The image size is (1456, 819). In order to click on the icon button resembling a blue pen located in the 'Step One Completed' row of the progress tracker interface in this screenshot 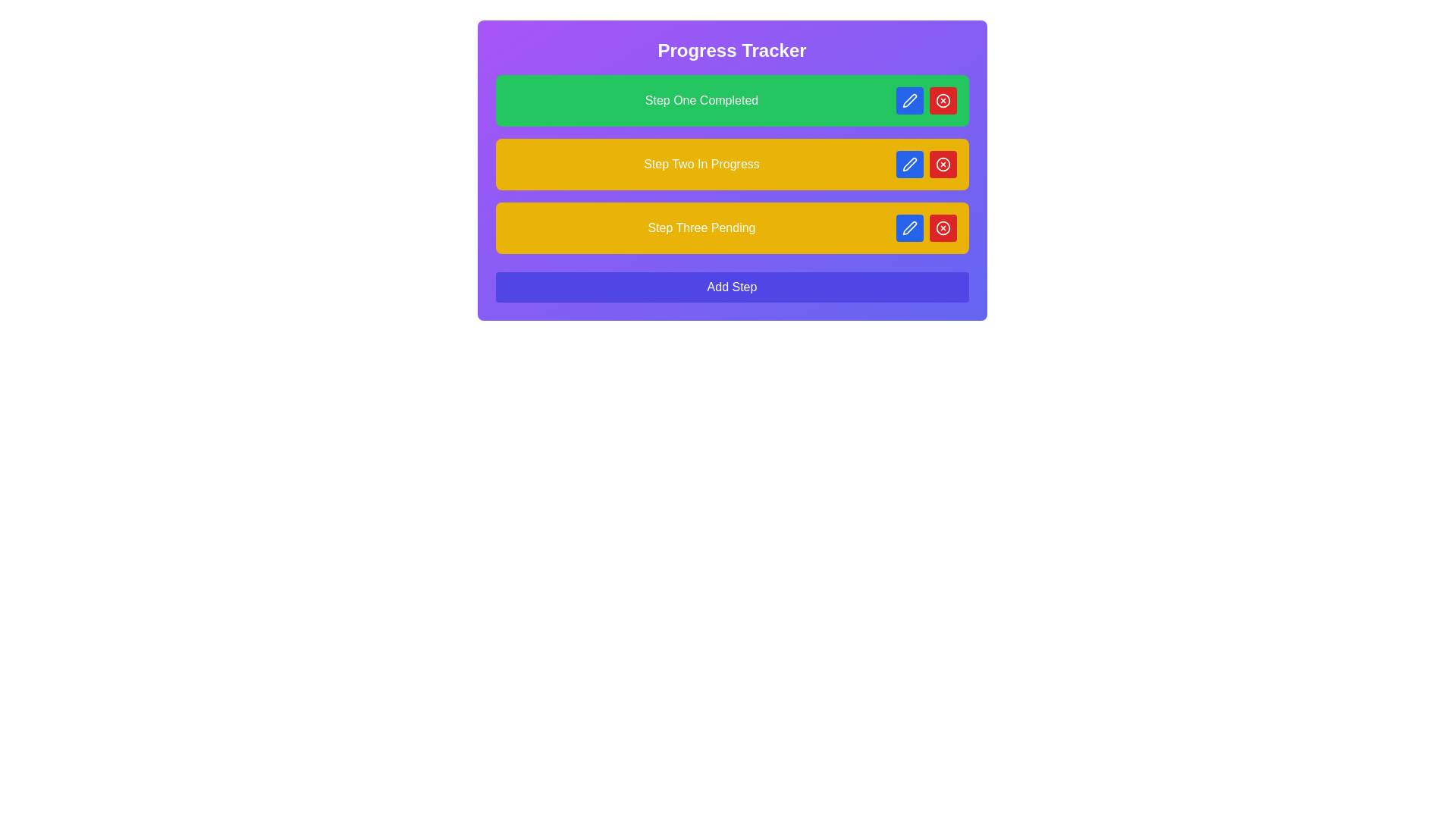, I will do `click(909, 100)`.